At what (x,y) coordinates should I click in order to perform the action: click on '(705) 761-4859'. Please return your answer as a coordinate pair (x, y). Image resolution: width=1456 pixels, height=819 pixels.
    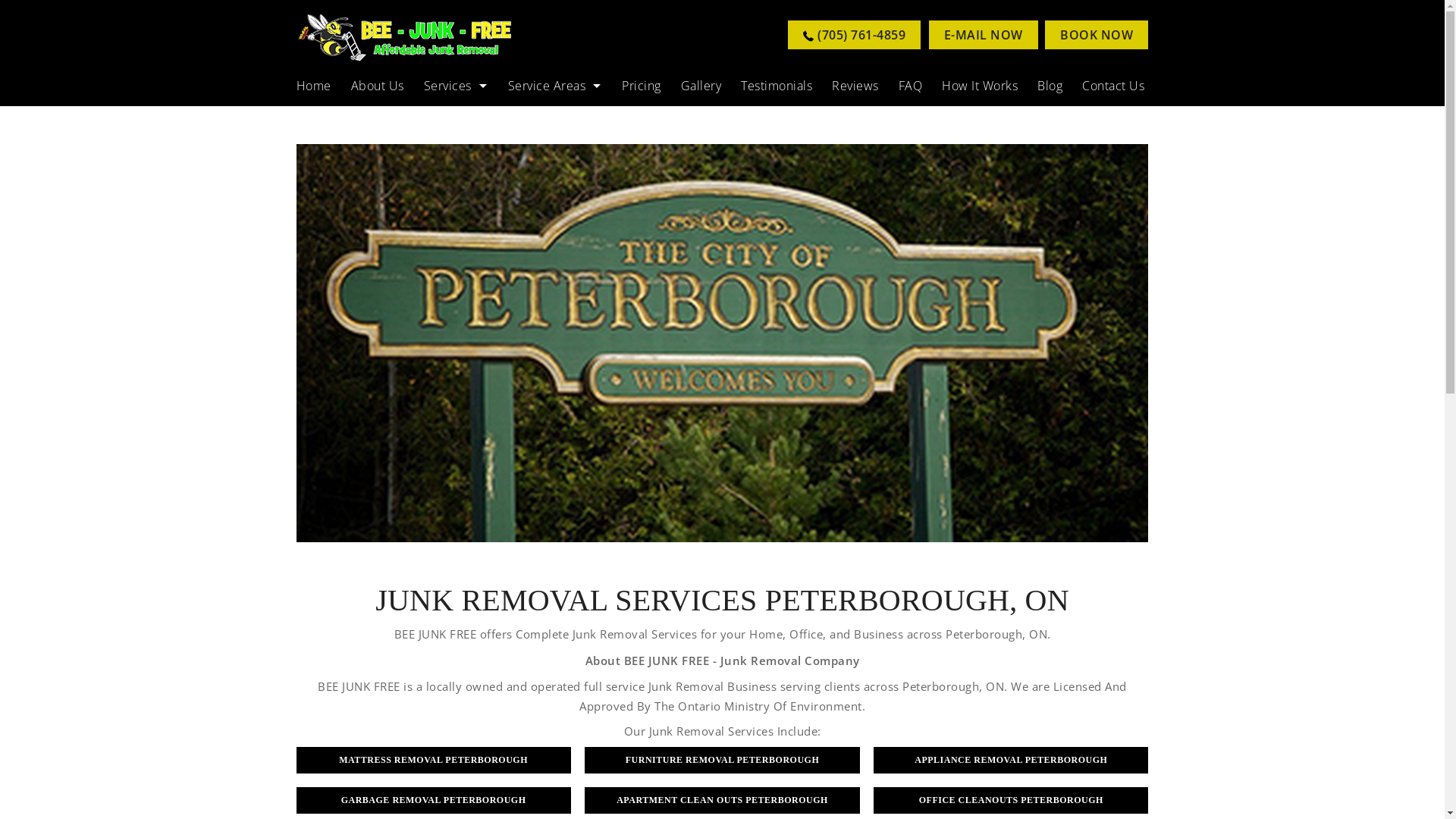
    Looking at the image, I should click on (787, 34).